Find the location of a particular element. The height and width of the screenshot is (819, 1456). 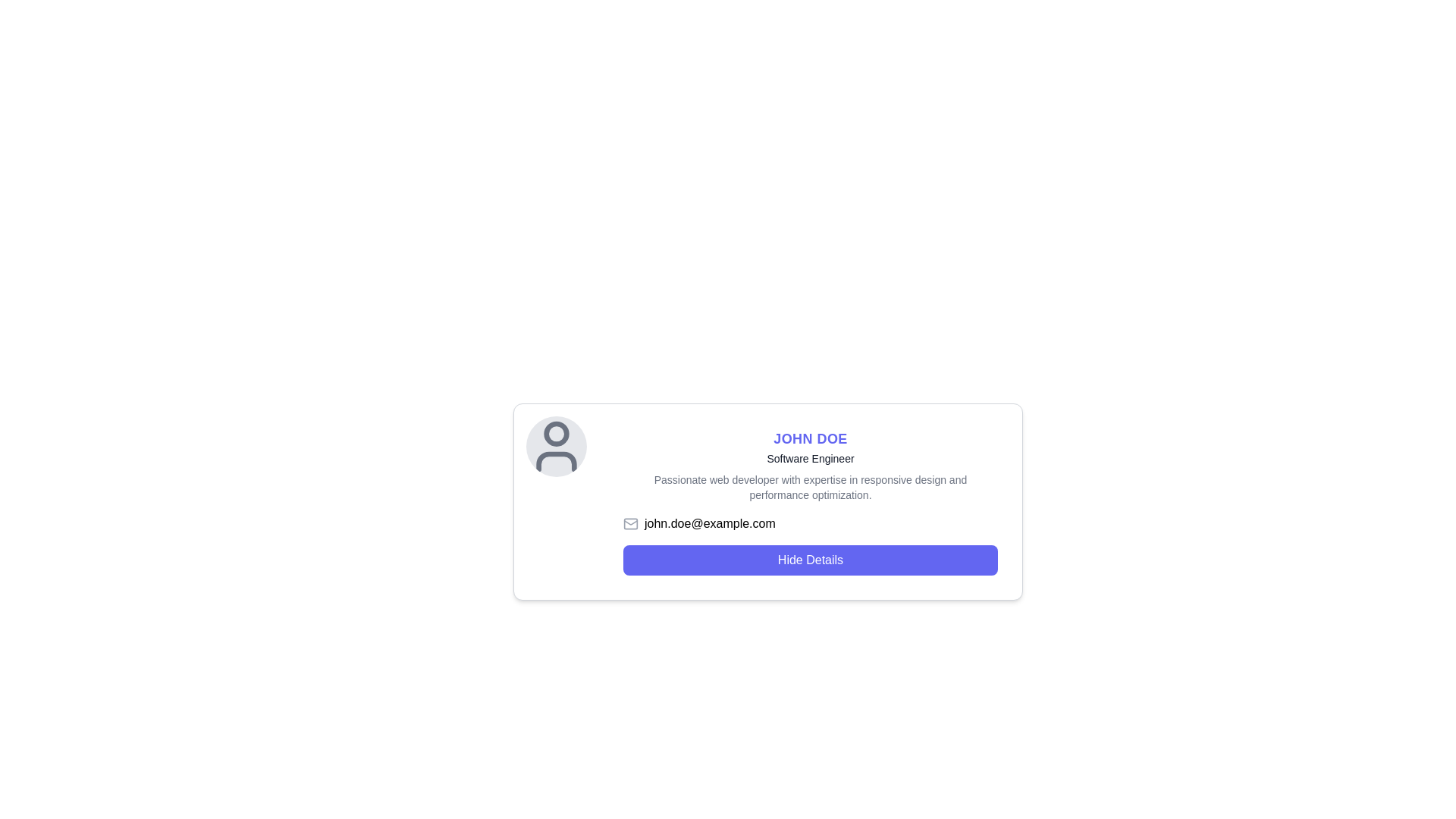

the small circular feature of the user profile icon located at the center of the icon on the left side of the user details card is located at coordinates (556, 433).